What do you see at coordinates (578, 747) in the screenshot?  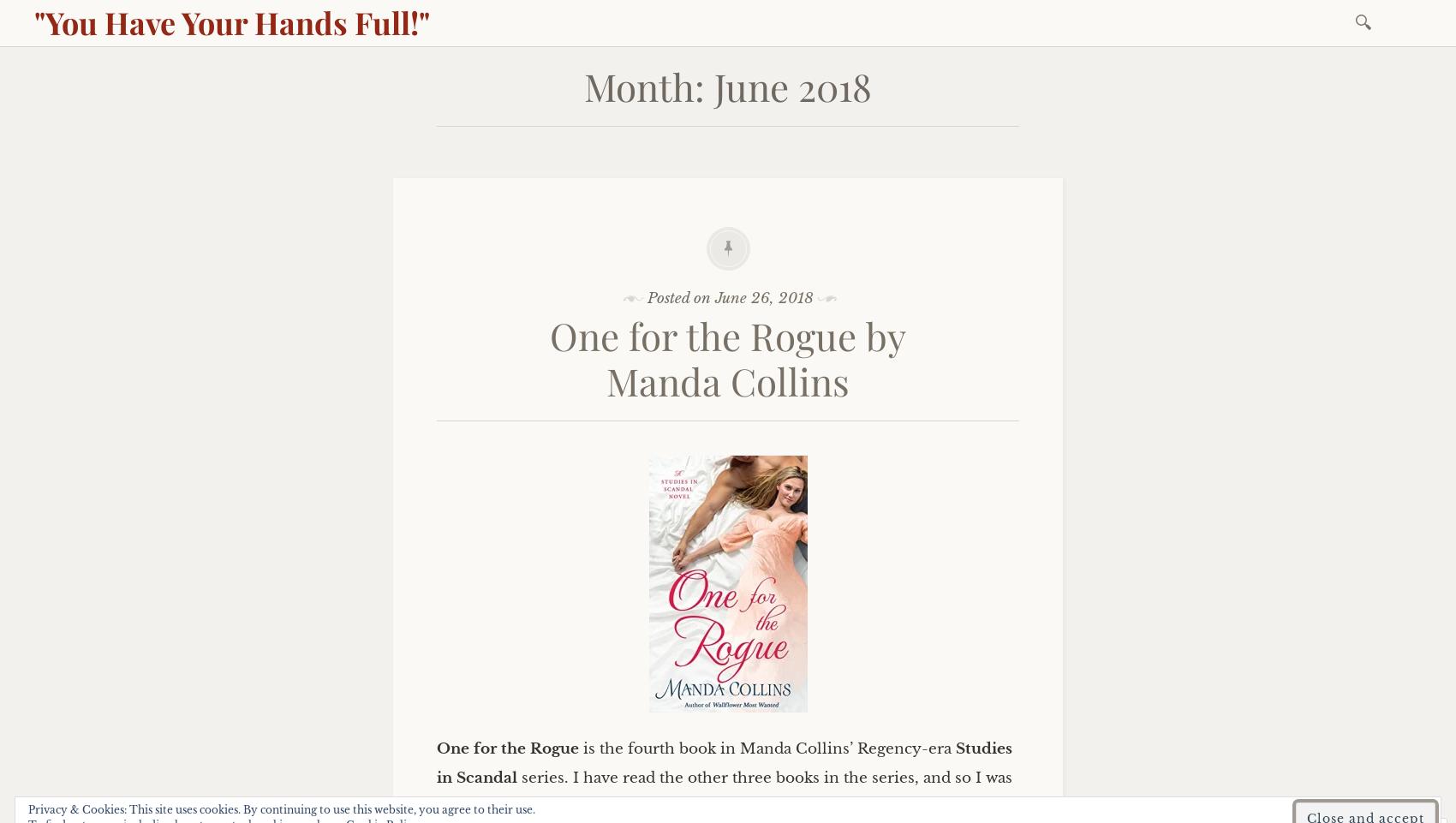 I see `'is the fourth book in Manda Collins’ Regency-era'` at bounding box center [578, 747].